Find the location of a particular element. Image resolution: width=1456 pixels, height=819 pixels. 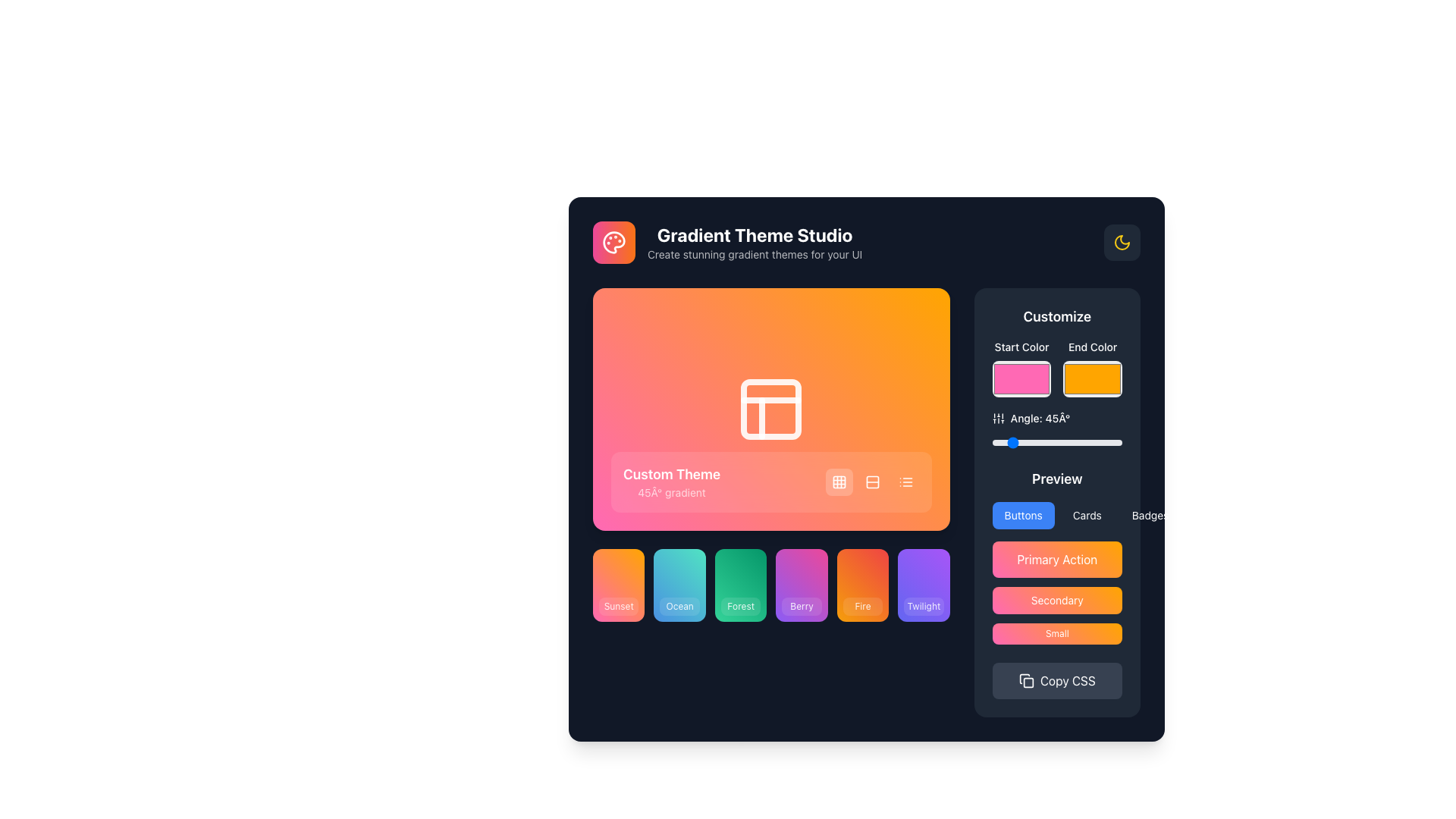

the Informational Panel with Controls to trigger additional effects is located at coordinates (771, 482).